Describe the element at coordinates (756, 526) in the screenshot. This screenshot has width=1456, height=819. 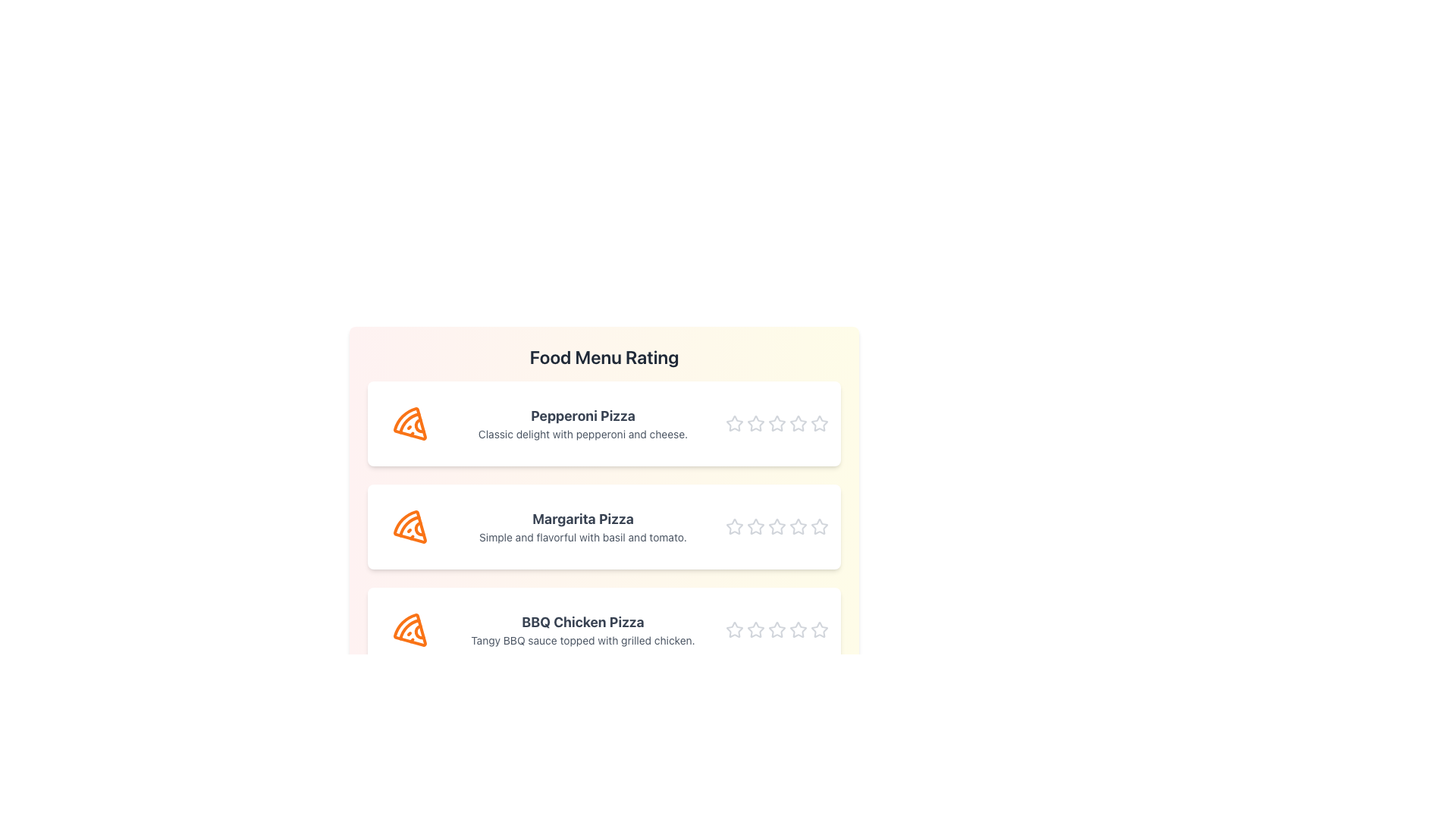
I see `the second star icon in the rating system for 'Margarita Pizza'` at that location.